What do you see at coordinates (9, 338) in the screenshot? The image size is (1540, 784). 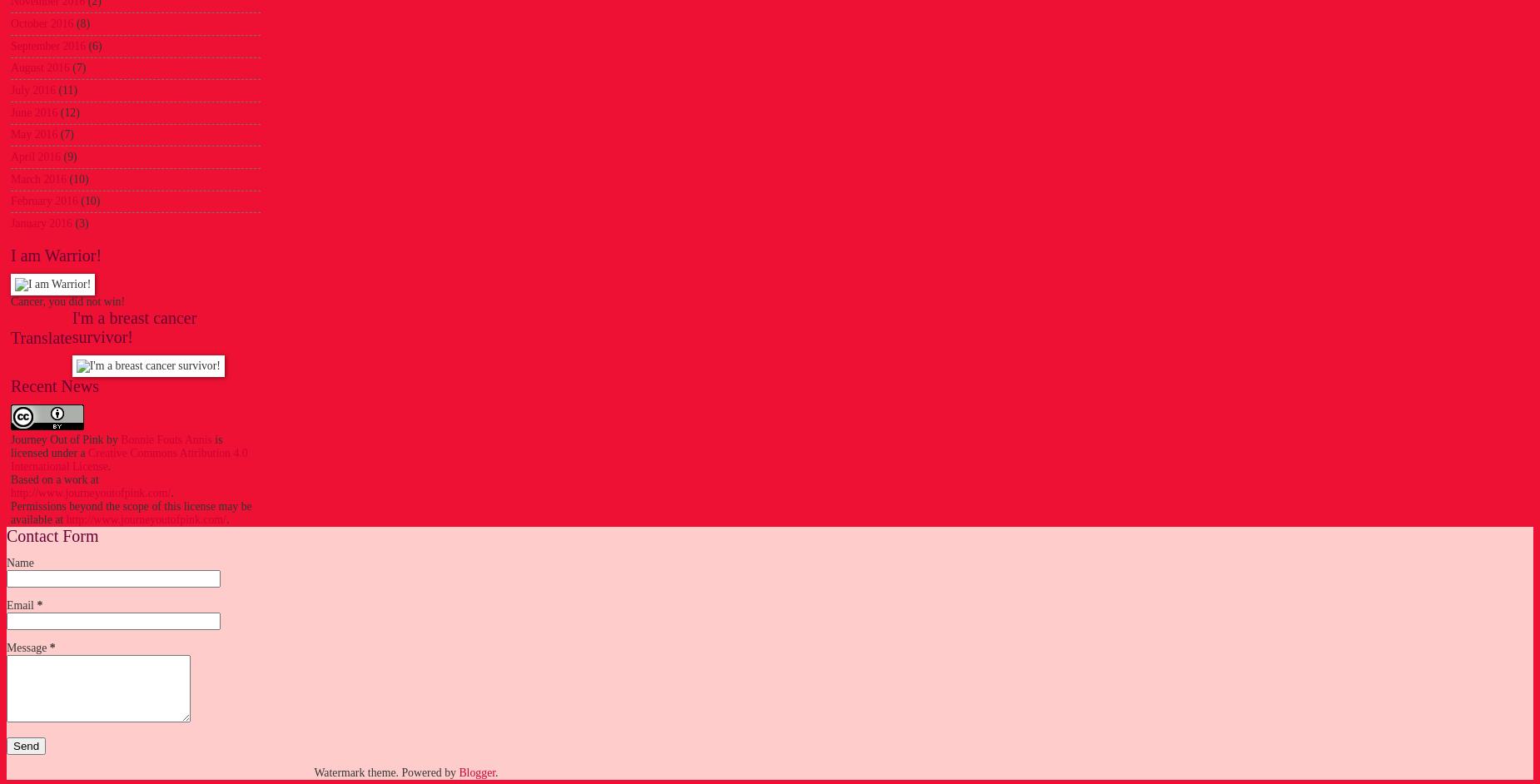 I see `'Translate'` at bounding box center [9, 338].